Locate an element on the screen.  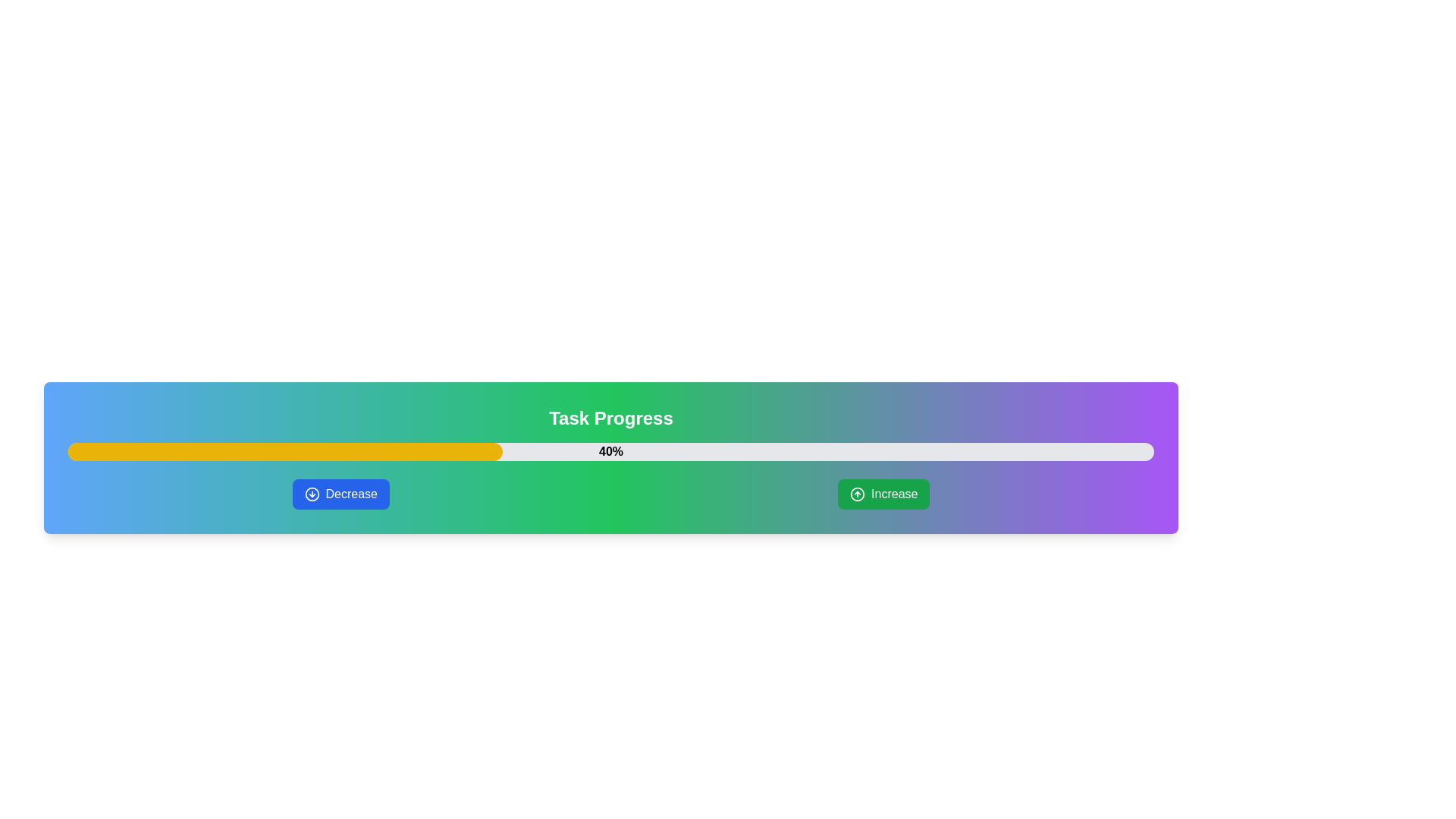
the circular icon with a green outer border and a white background located at the right side of the progress bar, adjacent to the 'Increase' button is located at coordinates (858, 494).